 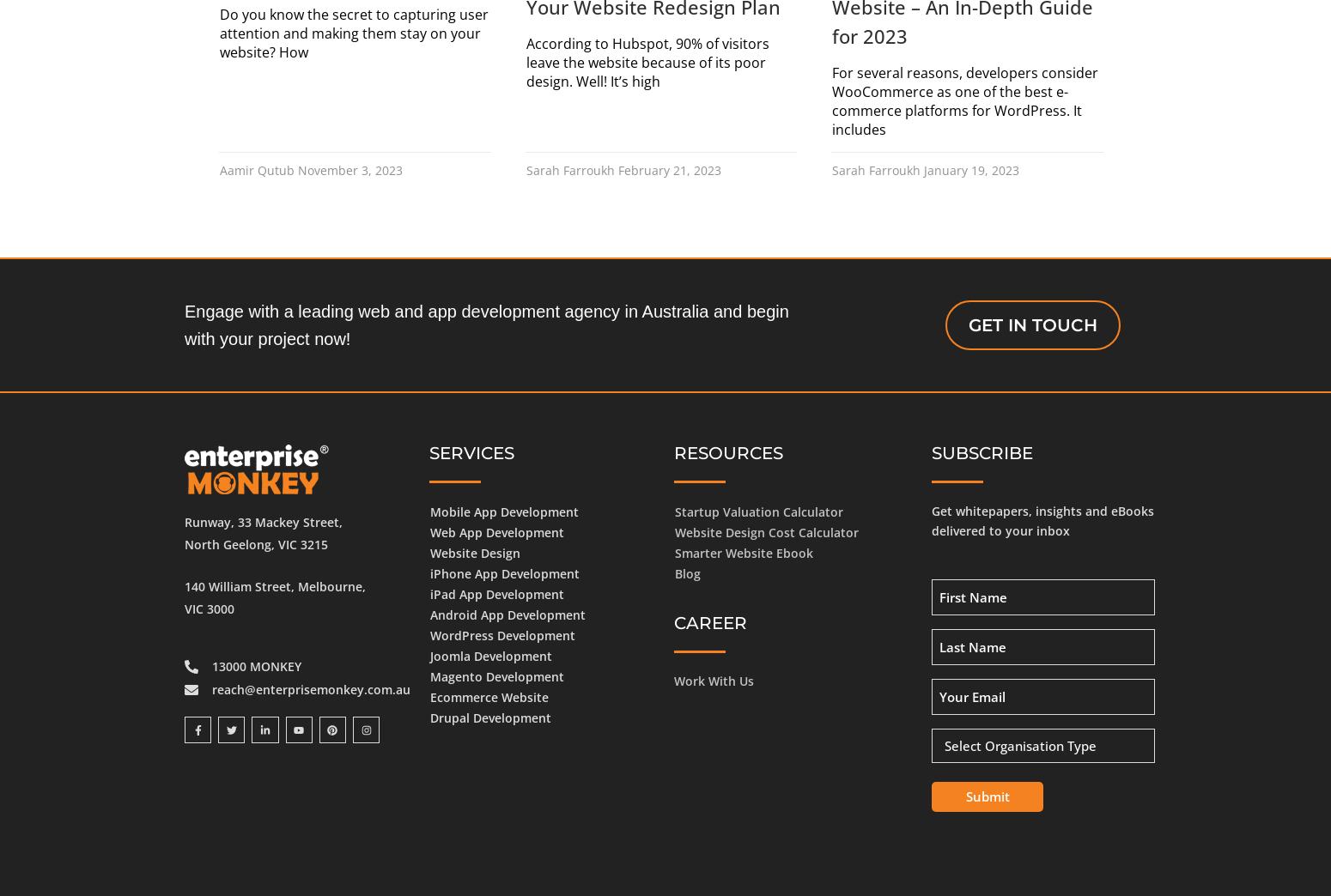 What do you see at coordinates (310, 687) in the screenshot?
I see `'reach@enterprisemonkey.com.au'` at bounding box center [310, 687].